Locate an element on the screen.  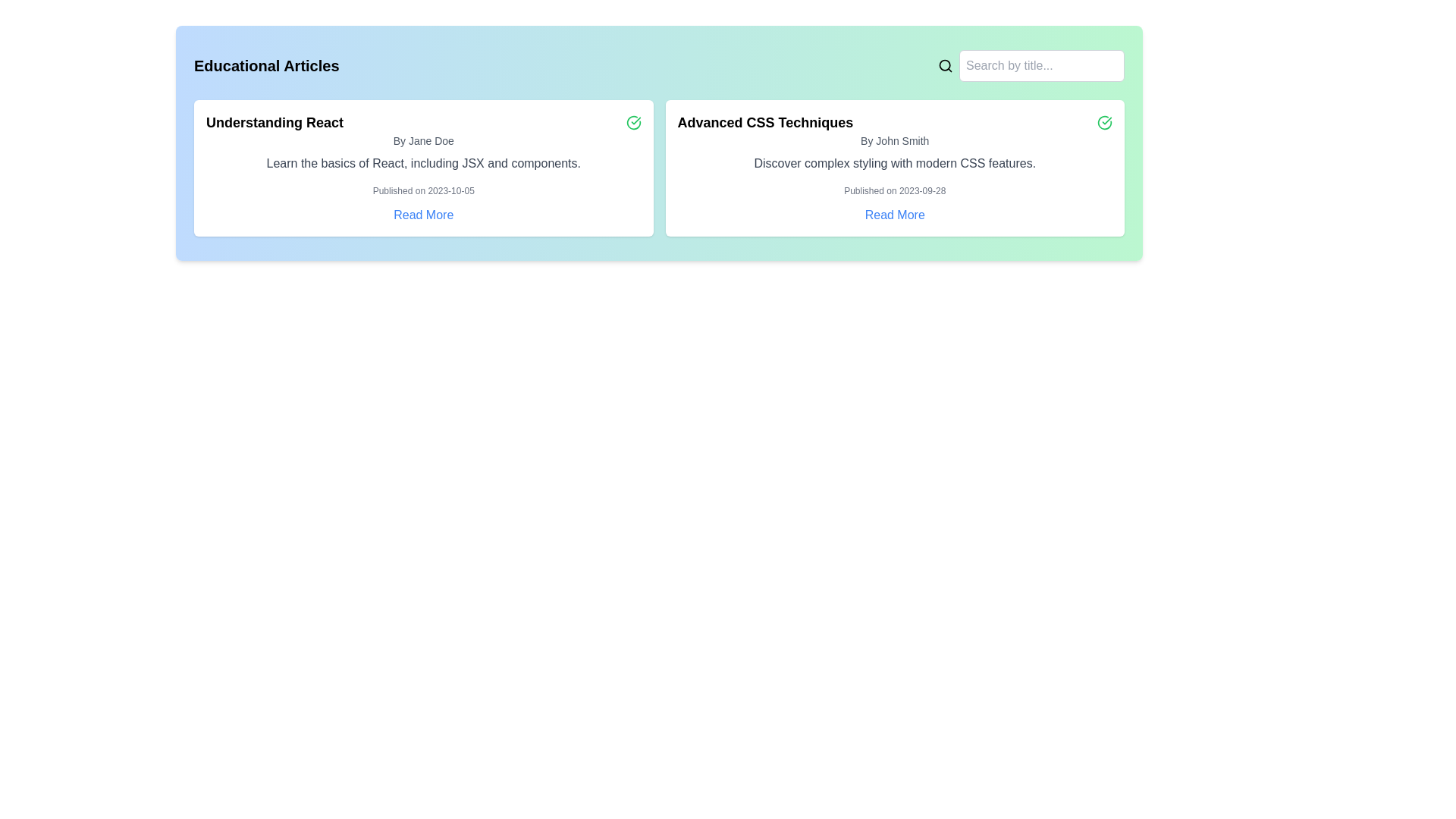
the static text element that reads 'Discover complex styling with modern CSS features,' which is styled in gray font and positioned within a white card, located directly below the author's name 'By John Smith.' is located at coordinates (895, 164).